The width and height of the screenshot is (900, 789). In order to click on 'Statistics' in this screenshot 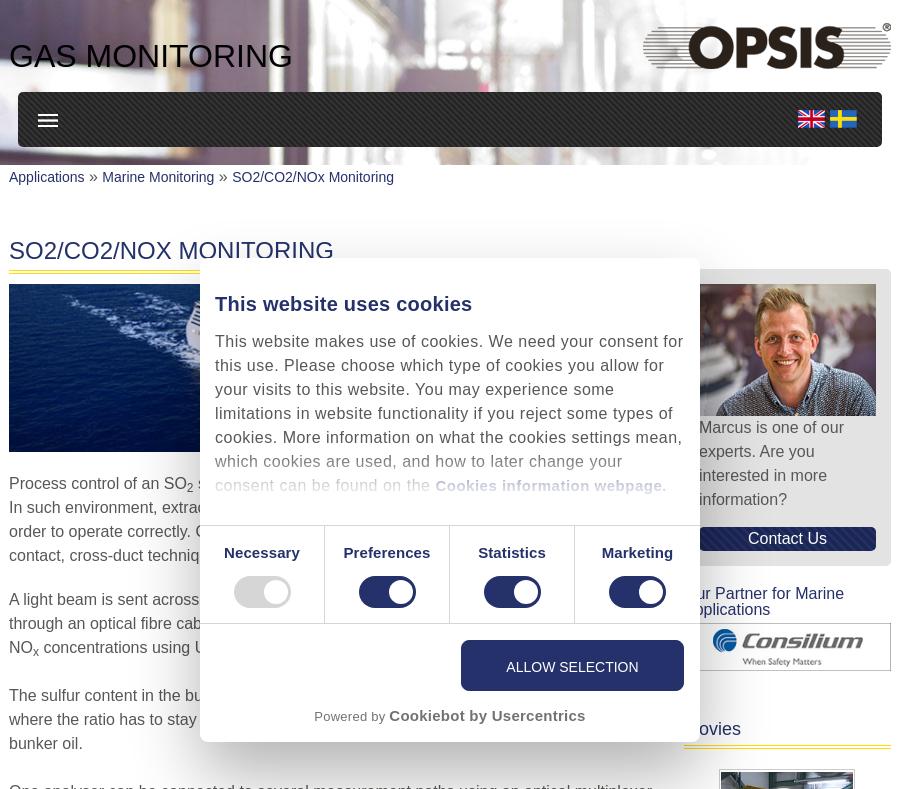, I will do `click(510, 550)`.